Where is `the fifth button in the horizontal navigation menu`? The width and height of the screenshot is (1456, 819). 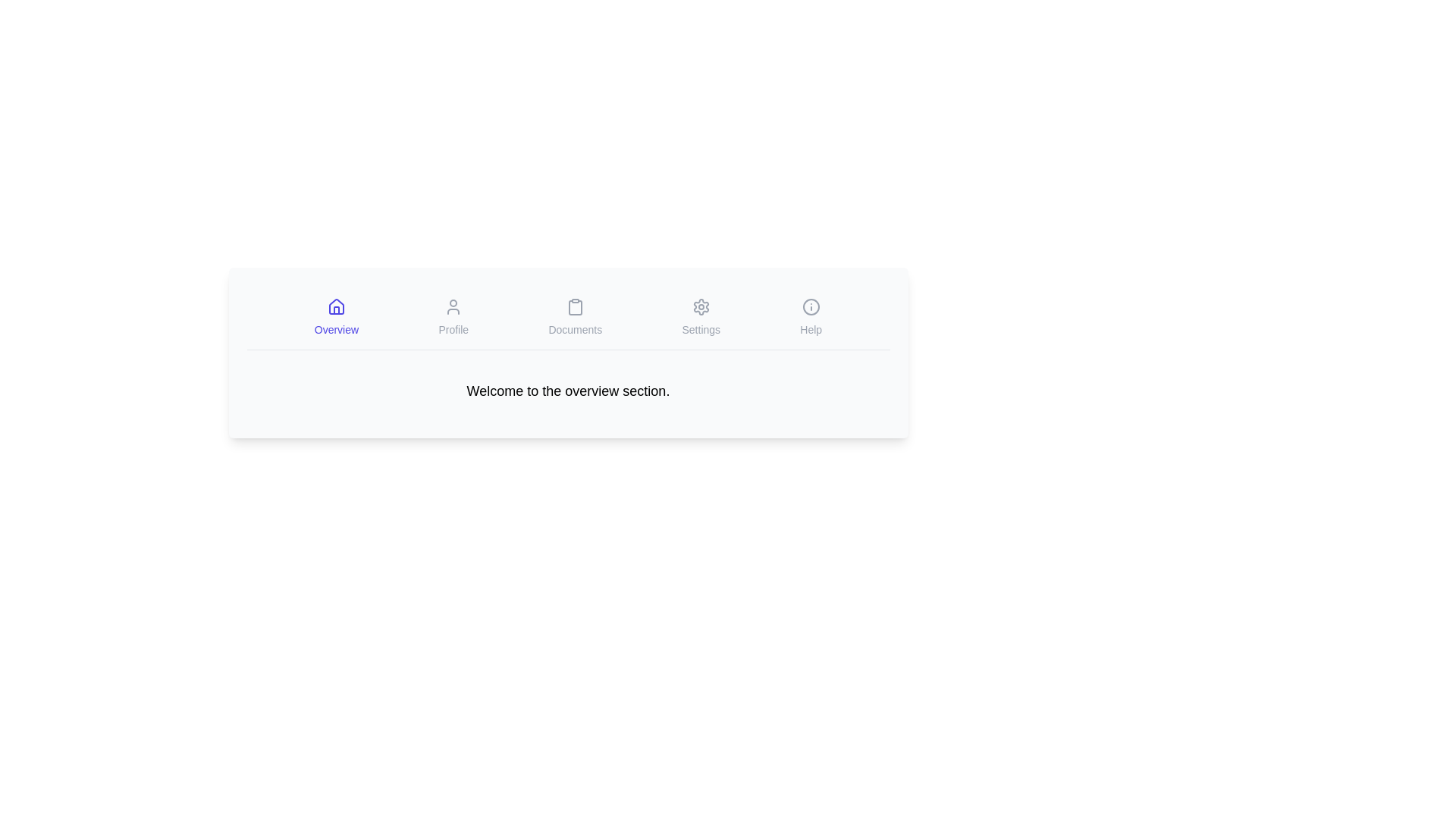
the fifth button in the horizontal navigation menu is located at coordinates (810, 317).